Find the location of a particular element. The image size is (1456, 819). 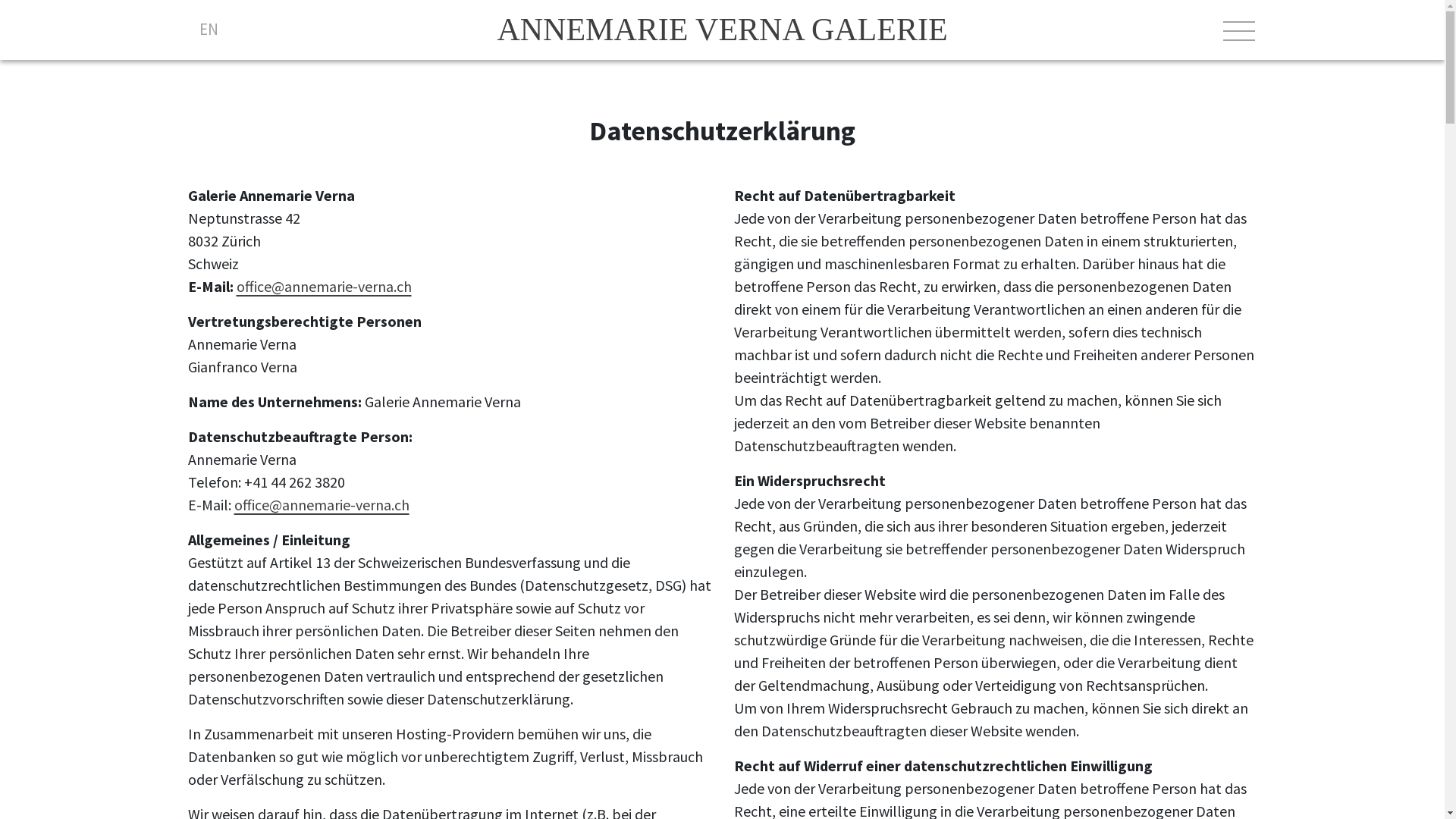

'office@annemarie-verna.ch' is located at coordinates (320, 504).